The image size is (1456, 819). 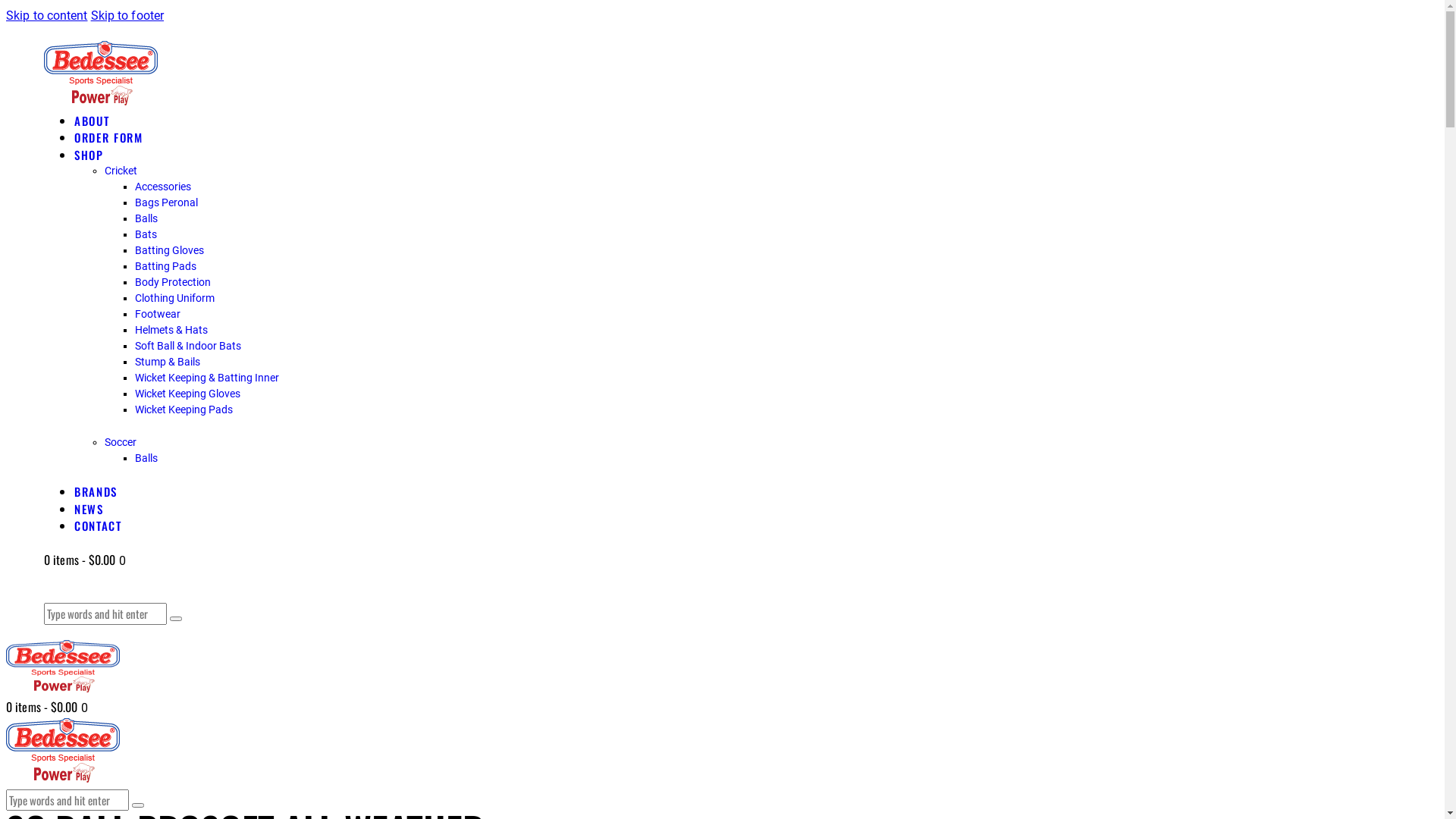 What do you see at coordinates (88, 155) in the screenshot?
I see `'SHOP'` at bounding box center [88, 155].